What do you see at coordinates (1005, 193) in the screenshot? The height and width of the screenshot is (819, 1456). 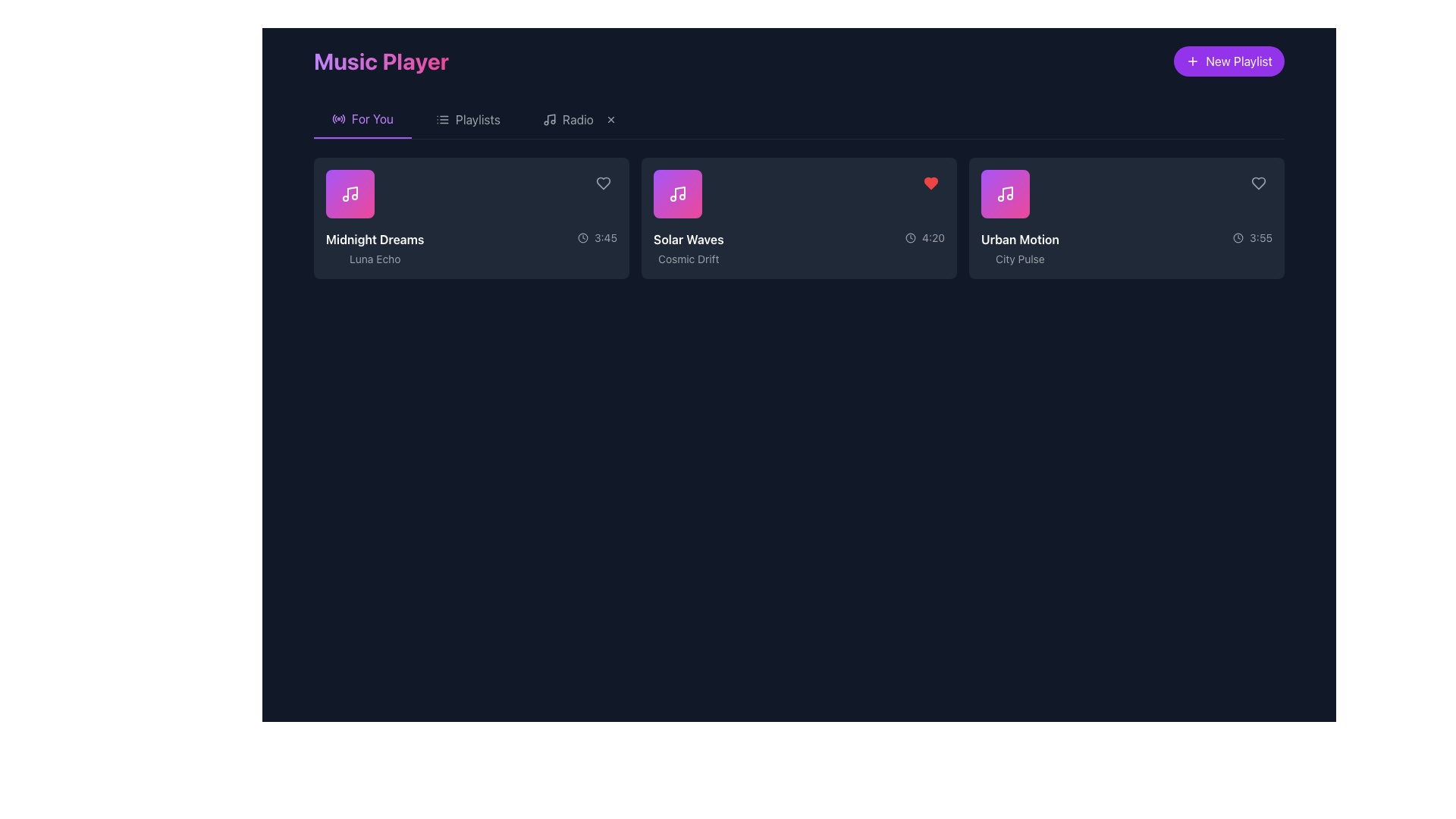 I see `the musical note icon with a pink gradient background located` at bounding box center [1005, 193].